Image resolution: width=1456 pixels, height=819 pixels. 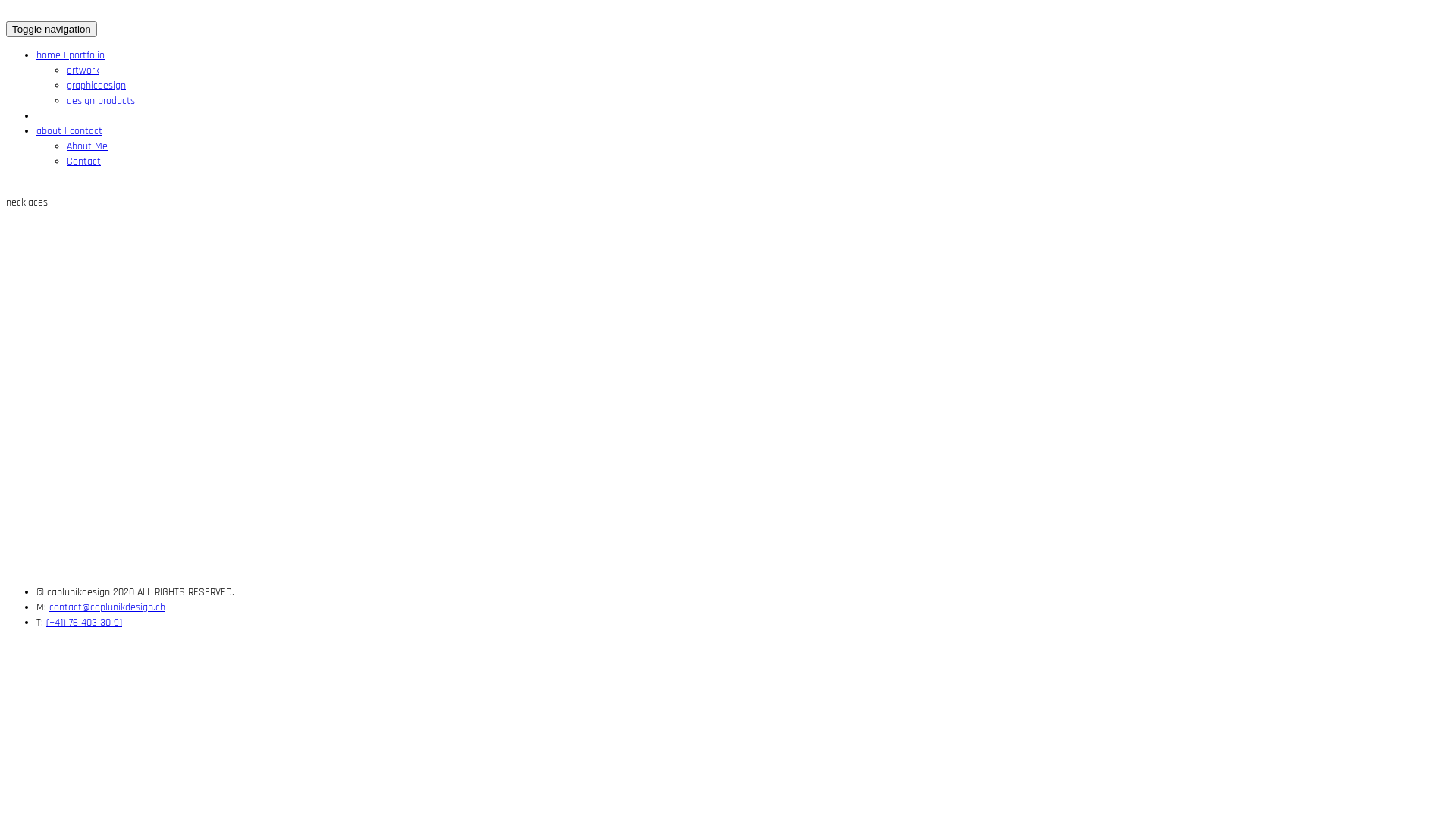 What do you see at coordinates (86, 146) in the screenshot?
I see `'About Me'` at bounding box center [86, 146].